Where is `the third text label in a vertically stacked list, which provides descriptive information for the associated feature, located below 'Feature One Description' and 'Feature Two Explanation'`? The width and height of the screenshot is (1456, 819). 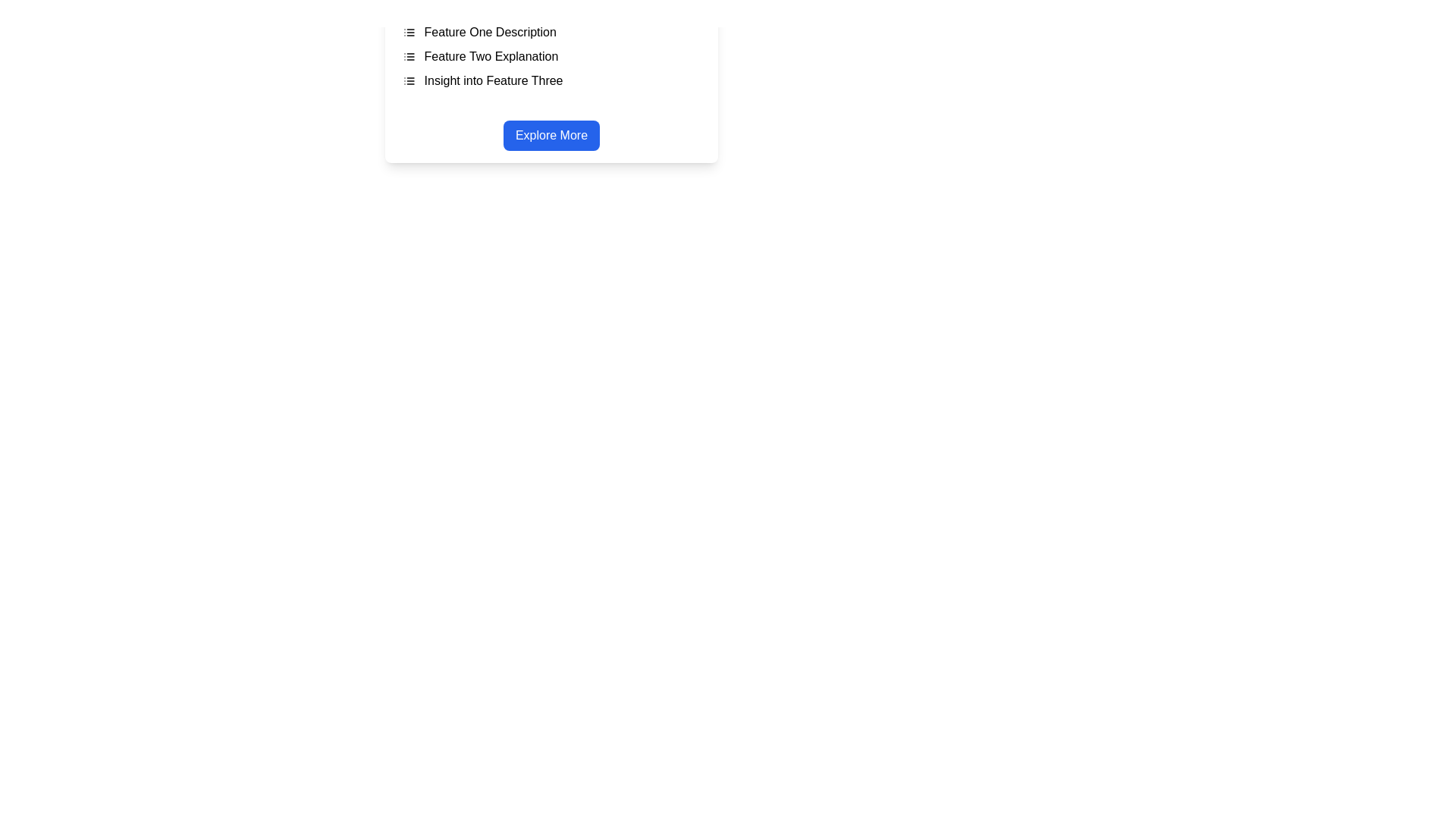
the third text label in a vertically stacked list, which provides descriptive information for the associated feature, located below 'Feature One Description' and 'Feature Two Explanation' is located at coordinates (494, 80).